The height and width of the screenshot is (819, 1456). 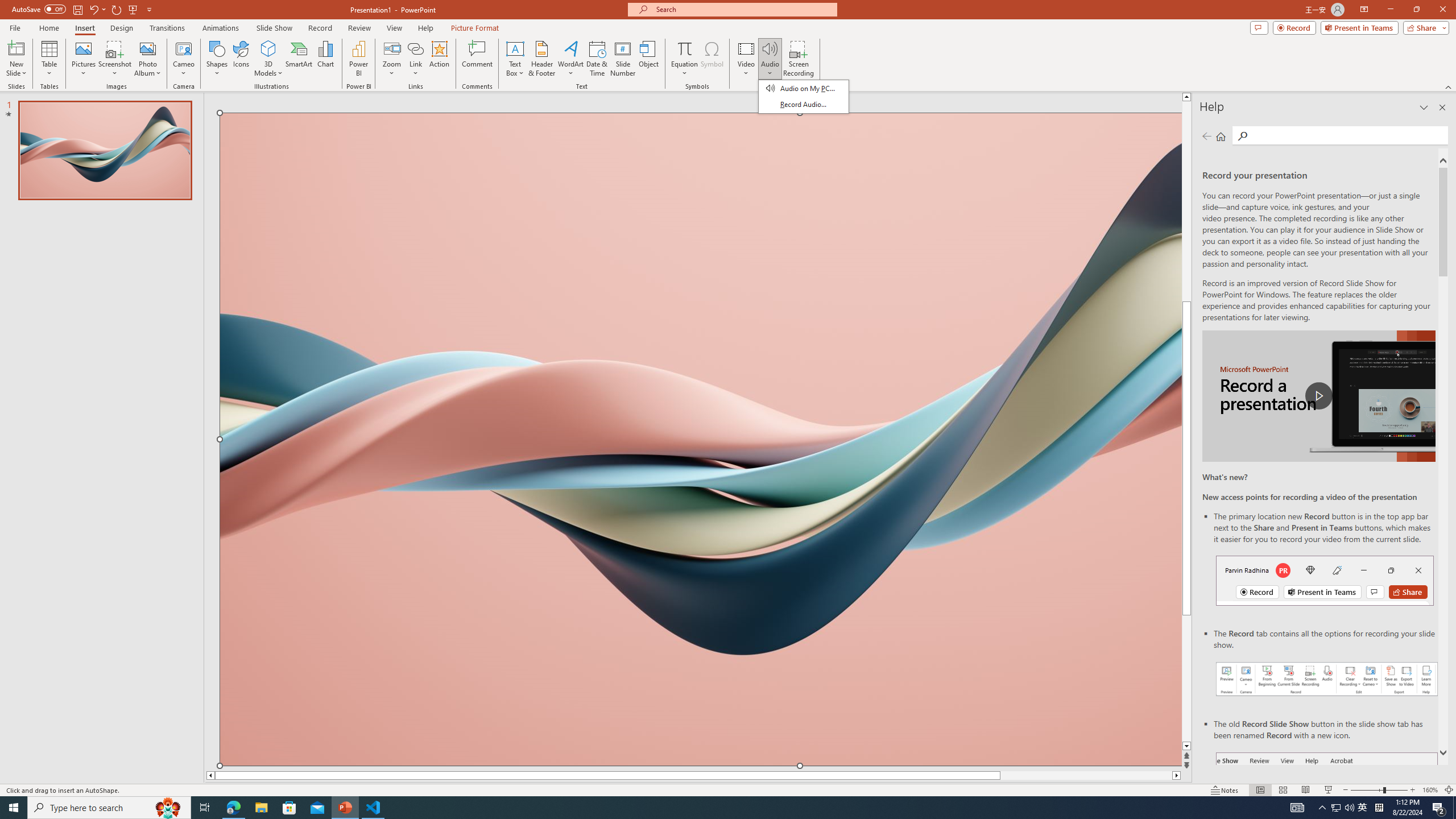 I want to click on 'Object...', so click(x=649, y=59).